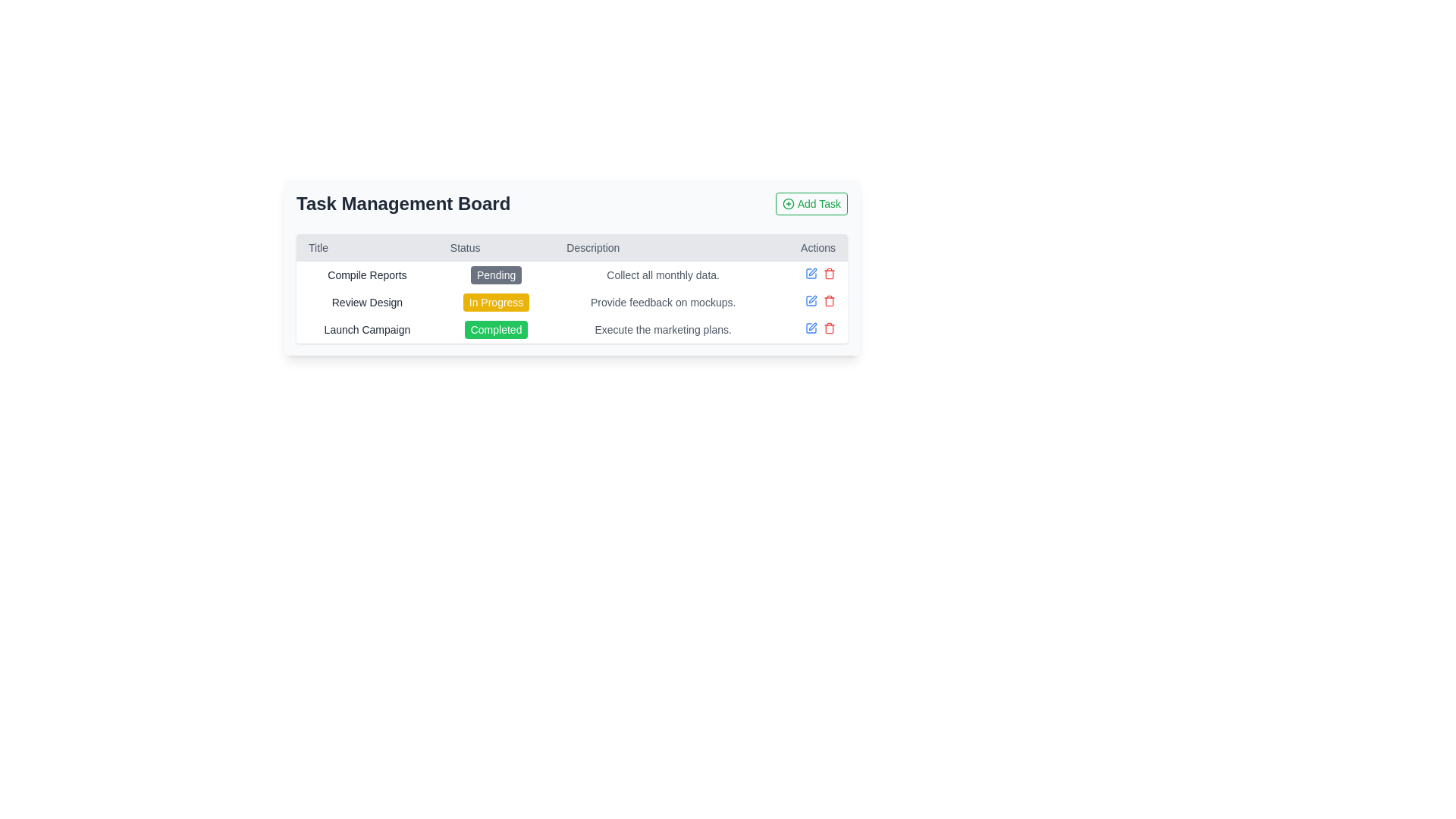  Describe the element at coordinates (788, 203) in the screenshot. I see `the graphic icon located in the top right corner of the interface, which indicates the action of adding a task and is positioned within the 'Add Task' button` at that location.